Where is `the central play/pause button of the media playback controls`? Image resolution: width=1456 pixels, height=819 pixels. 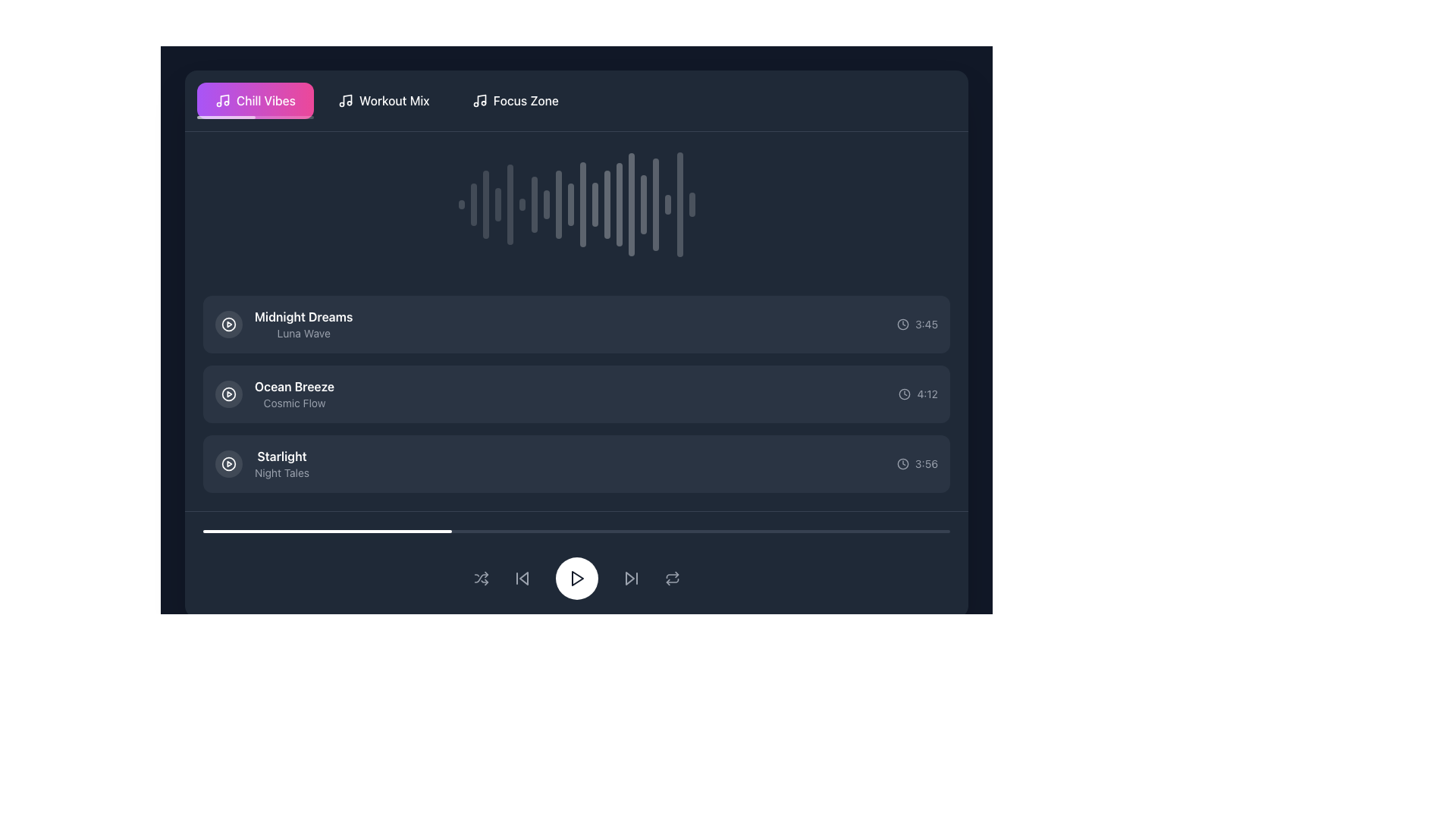
the central play/pause button of the media playback controls is located at coordinates (576, 579).